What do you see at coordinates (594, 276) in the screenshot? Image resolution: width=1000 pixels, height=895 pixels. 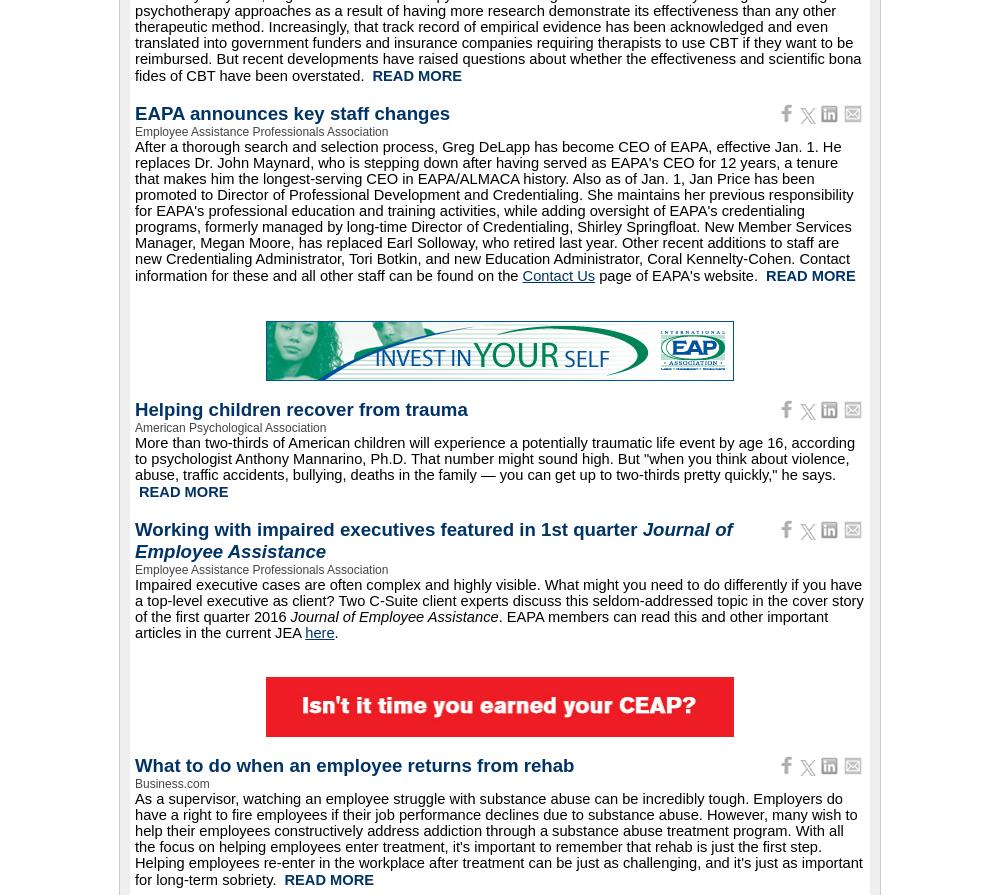 I see `'page of EAPA's website.'` at bounding box center [594, 276].